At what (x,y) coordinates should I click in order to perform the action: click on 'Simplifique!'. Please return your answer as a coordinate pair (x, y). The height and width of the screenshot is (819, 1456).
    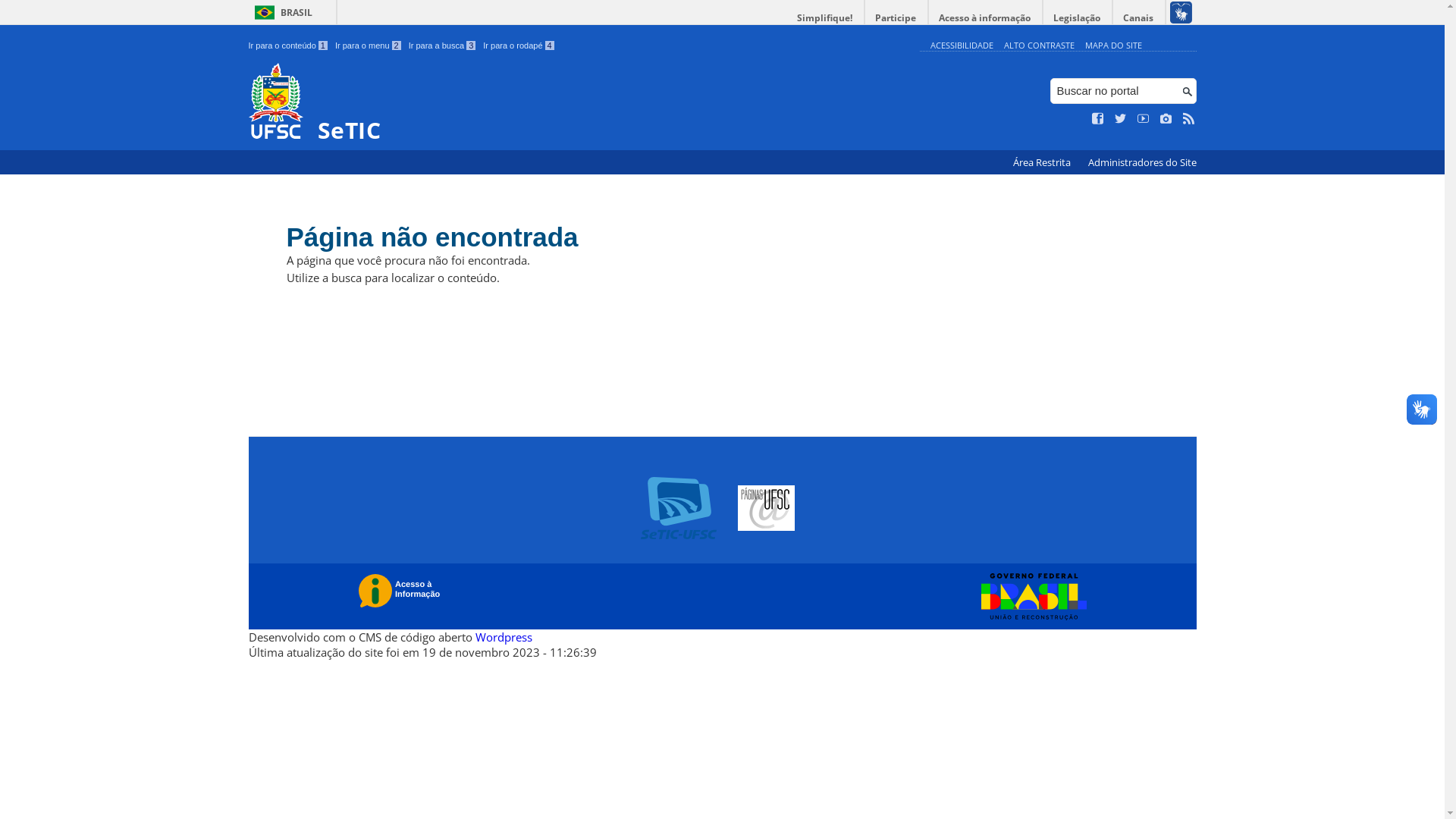
    Looking at the image, I should click on (824, 17).